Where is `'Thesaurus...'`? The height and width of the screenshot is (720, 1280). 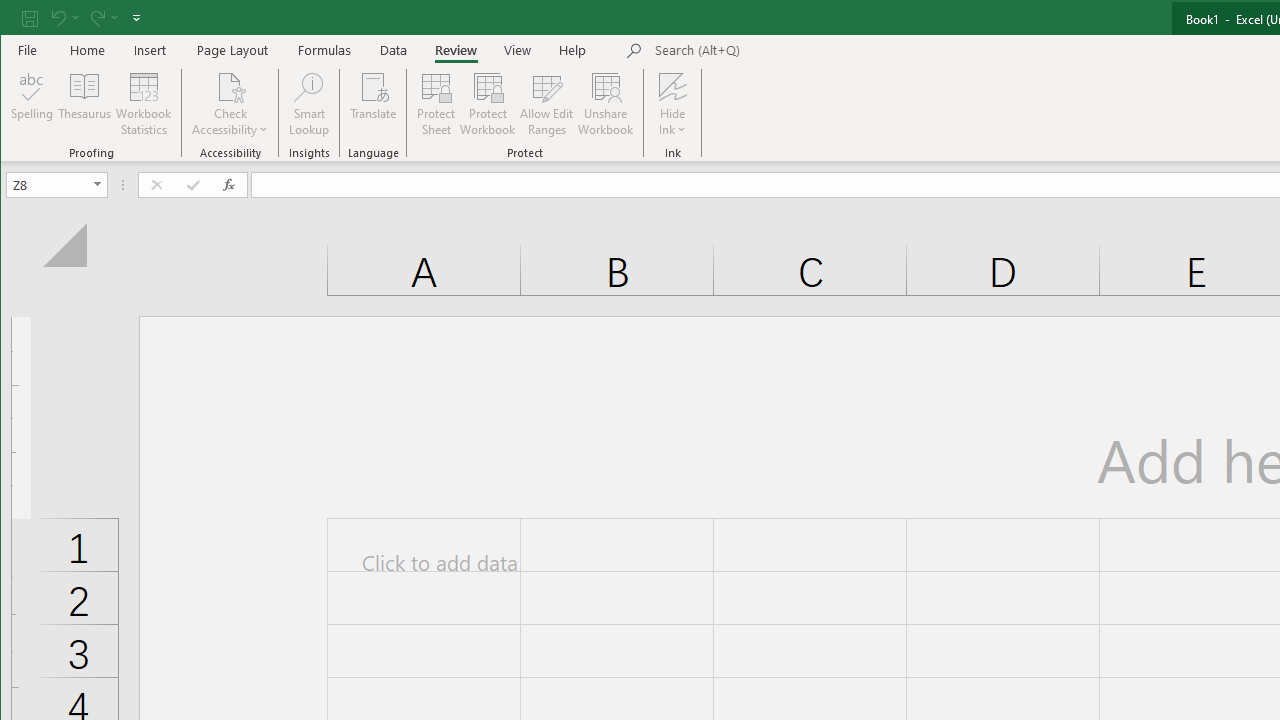 'Thesaurus...' is located at coordinates (84, 104).